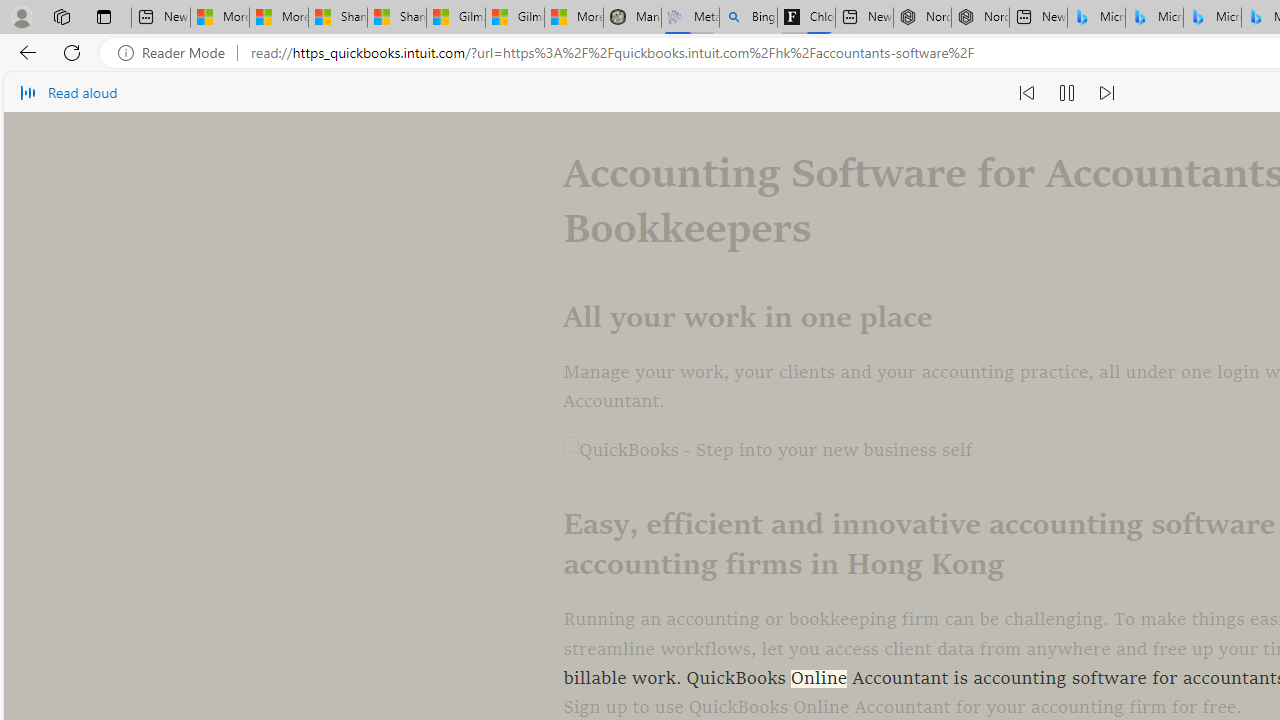 Image resolution: width=1280 pixels, height=720 pixels. Describe the element at coordinates (1026, 92) in the screenshot. I see `'Read previous paragraph'` at that location.